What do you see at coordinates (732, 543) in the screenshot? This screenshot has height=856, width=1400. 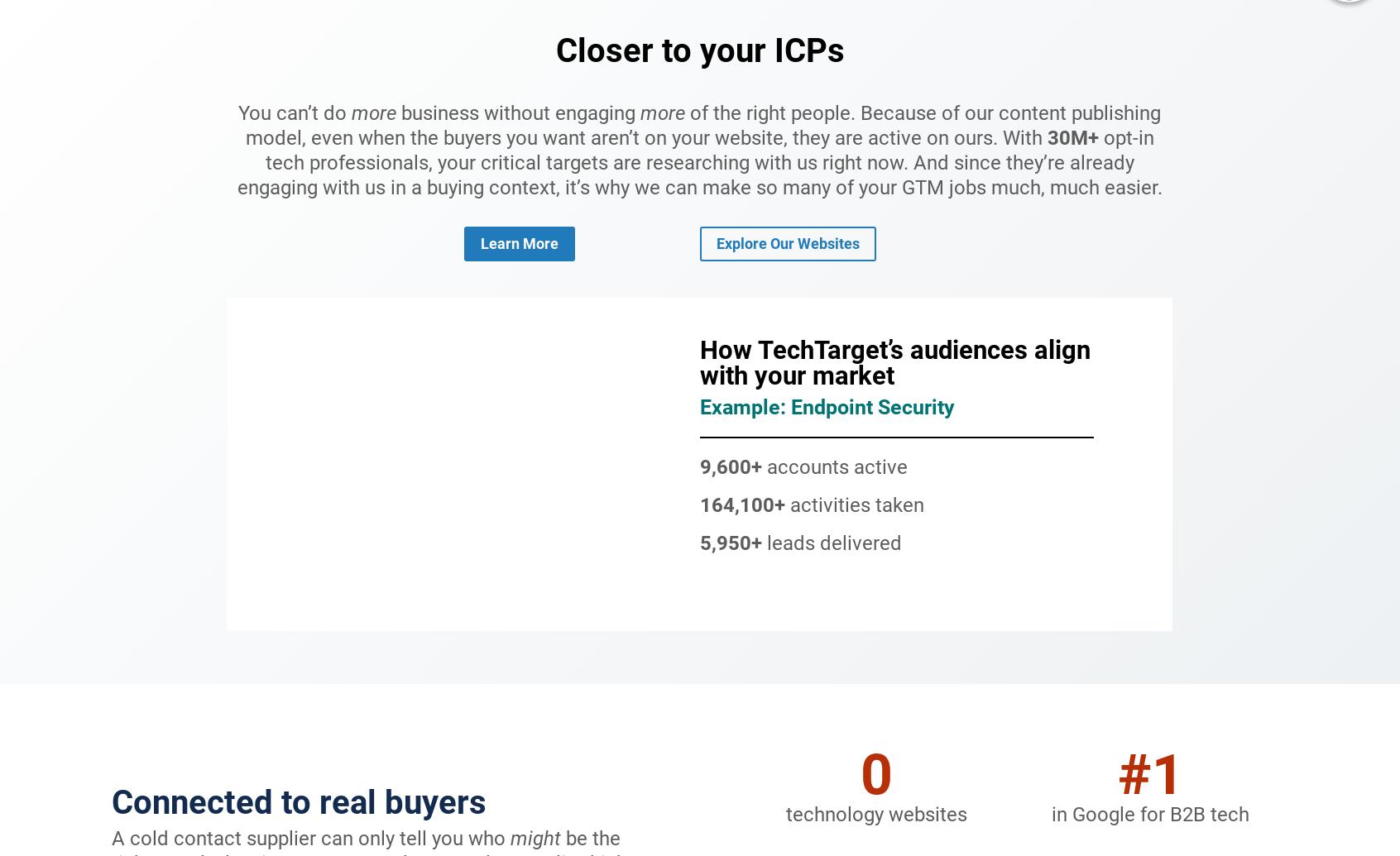 I see `'5,950+'` at bounding box center [732, 543].